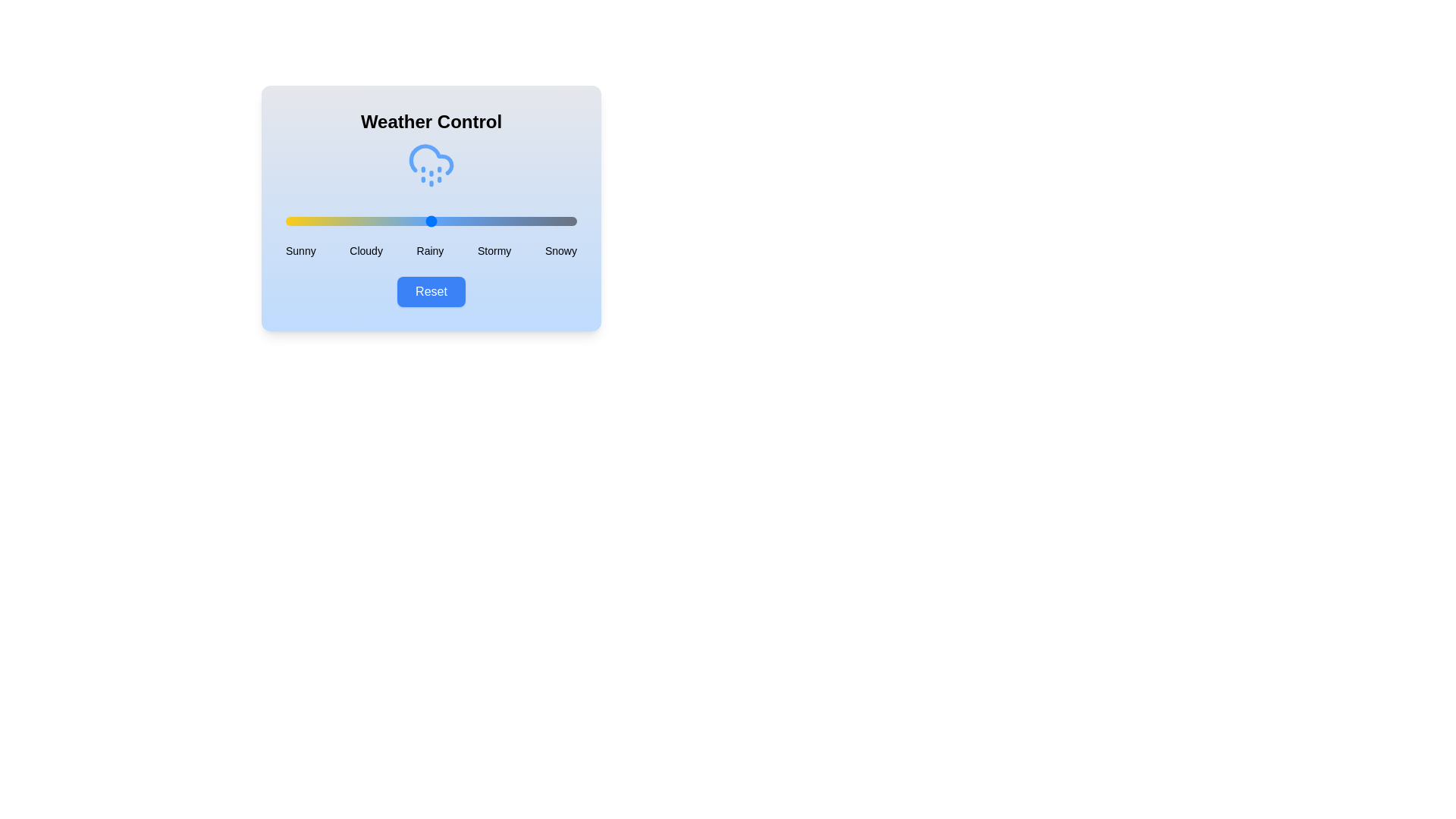 The width and height of the screenshot is (1456, 819). I want to click on the weather condition slider to 92, so click(553, 221).